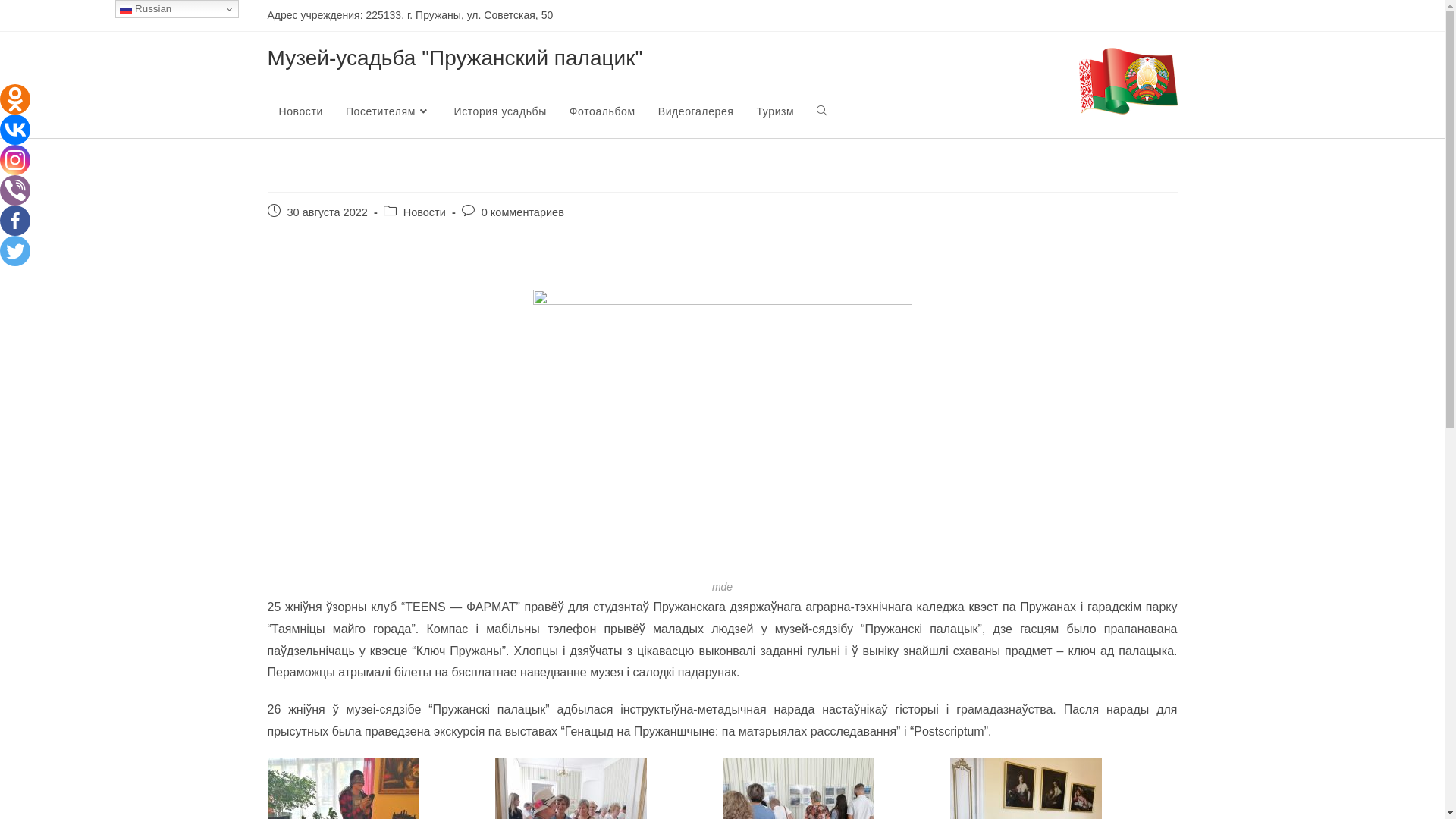 The height and width of the screenshot is (819, 1456). What do you see at coordinates (177, 8) in the screenshot?
I see `'Russian'` at bounding box center [177, 8].